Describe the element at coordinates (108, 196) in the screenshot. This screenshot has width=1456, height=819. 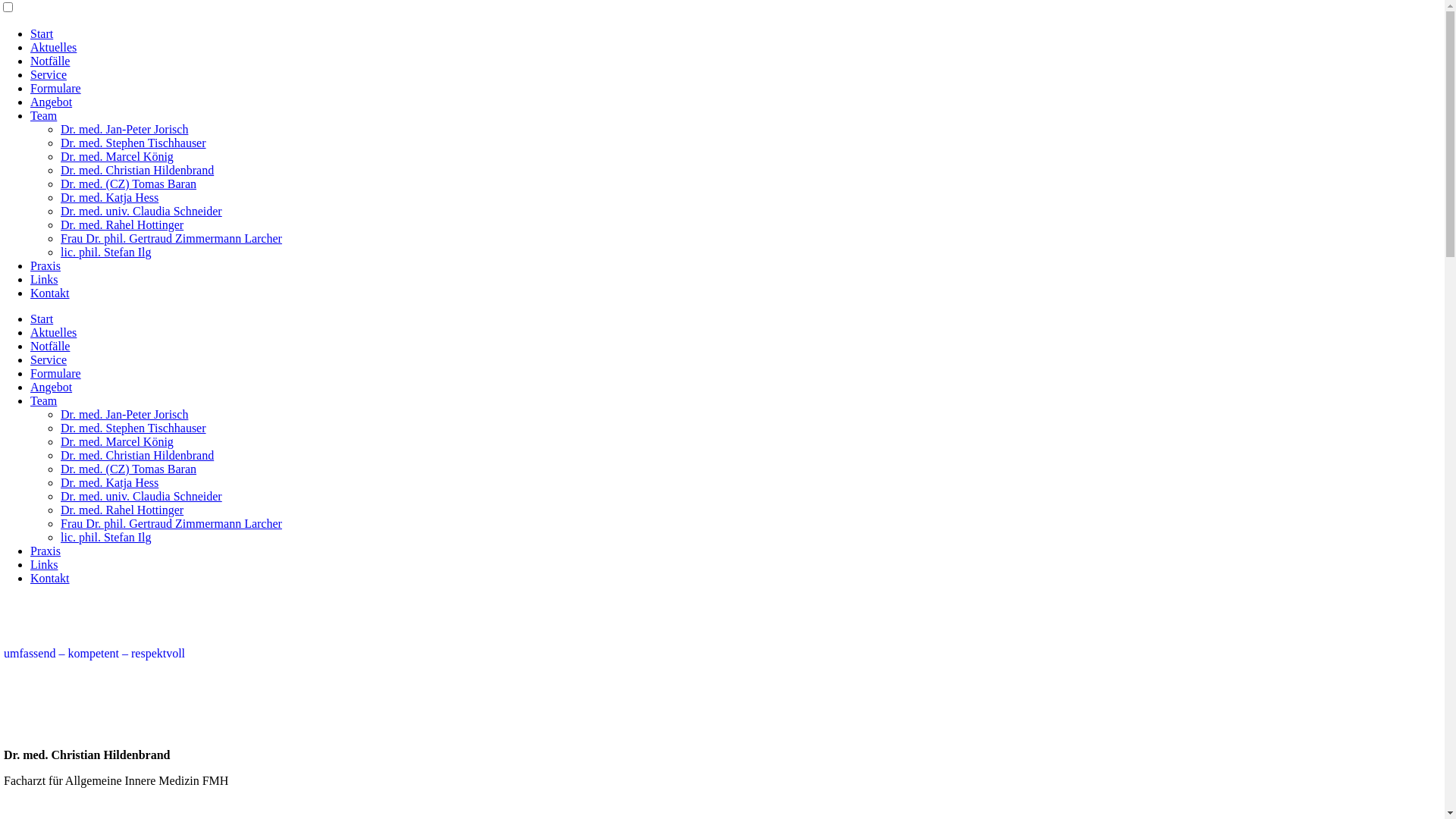
I see `'Dr. med. Katja Hess'` at that location.